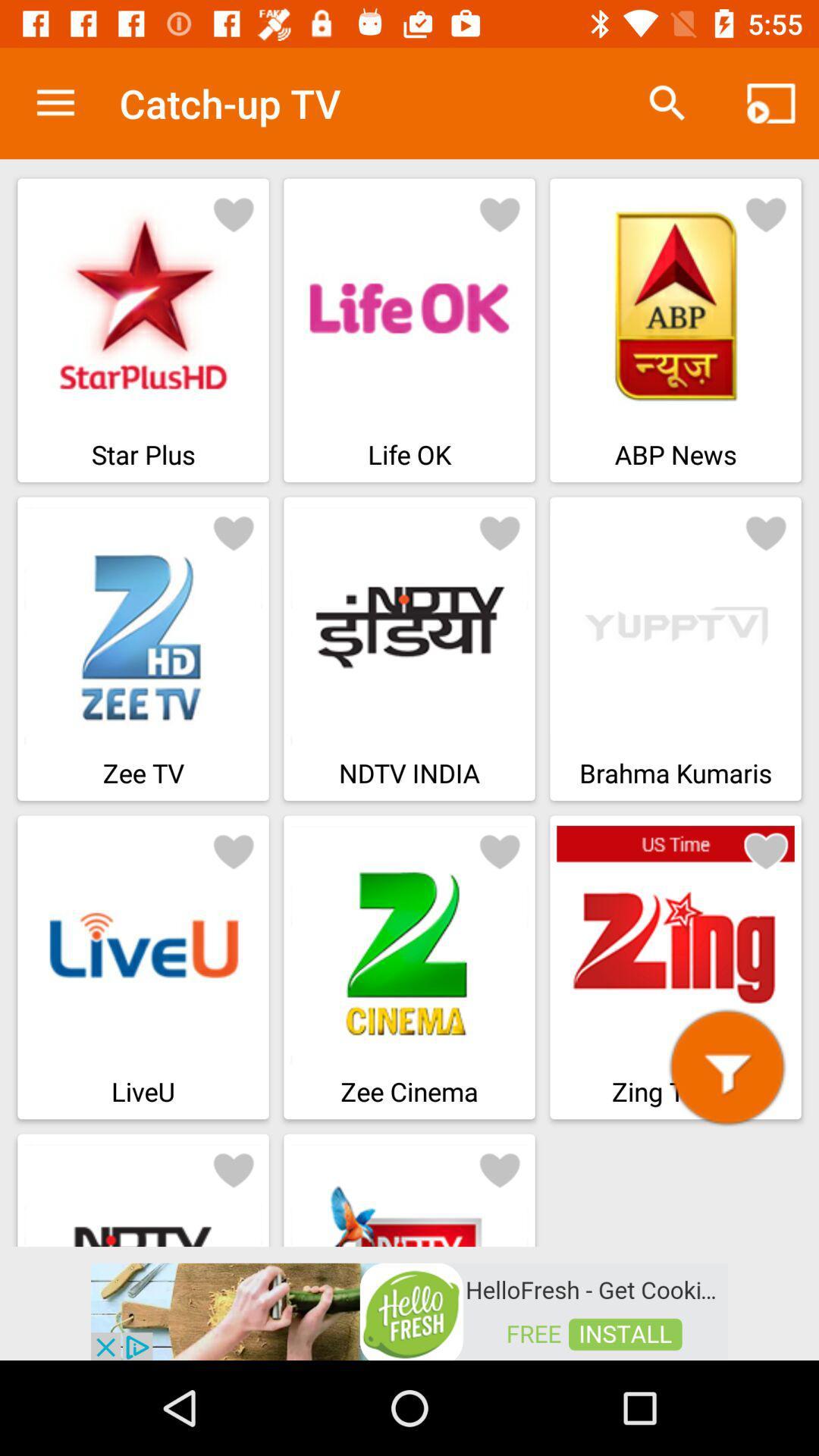  Describe the element at coordinates (234, 1168) in the screenshot. I see `slick to like option` at that location.